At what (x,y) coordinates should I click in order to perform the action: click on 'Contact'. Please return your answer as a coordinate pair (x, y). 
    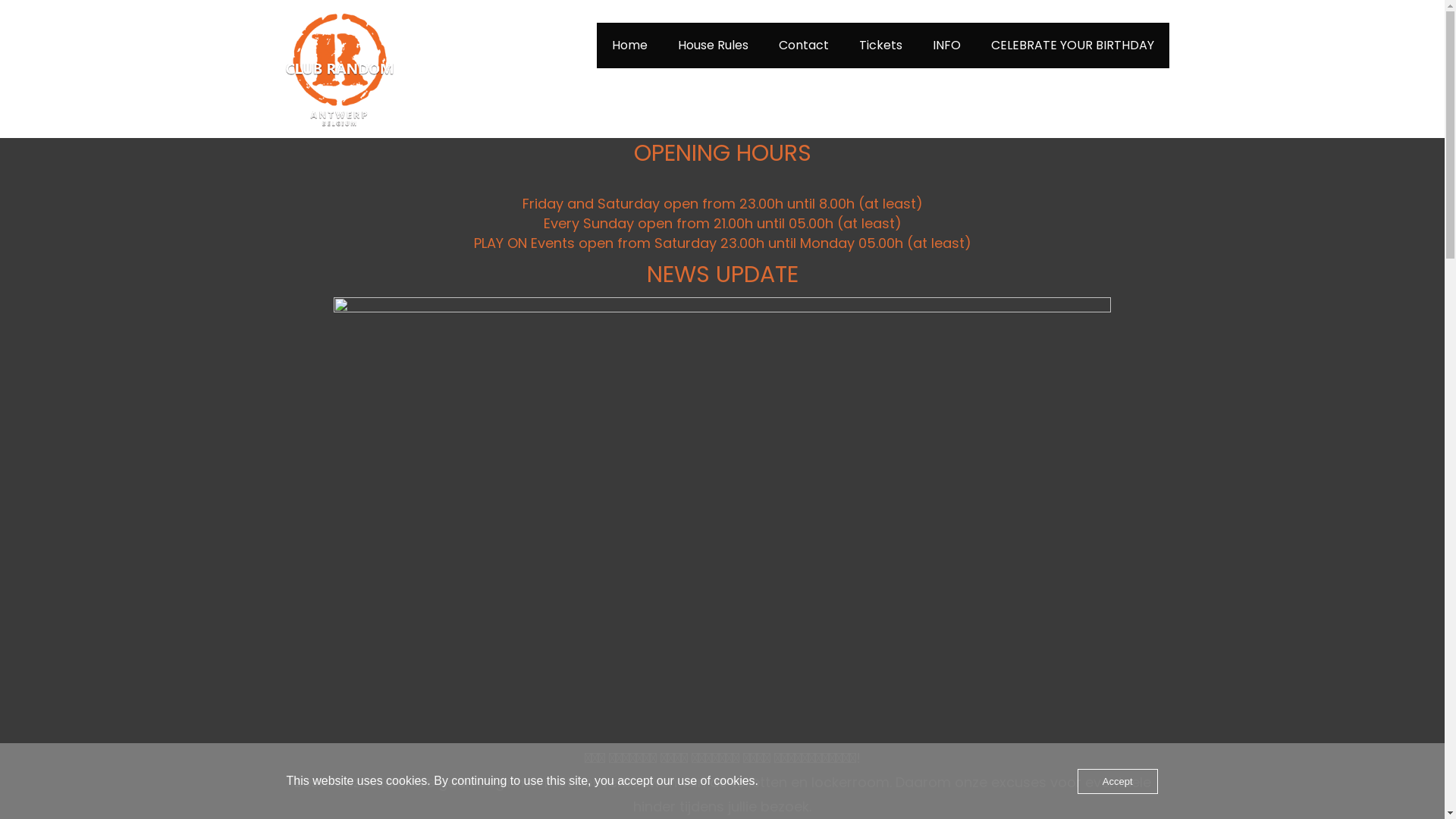
    Looking at the image, I should click on (764, 45).